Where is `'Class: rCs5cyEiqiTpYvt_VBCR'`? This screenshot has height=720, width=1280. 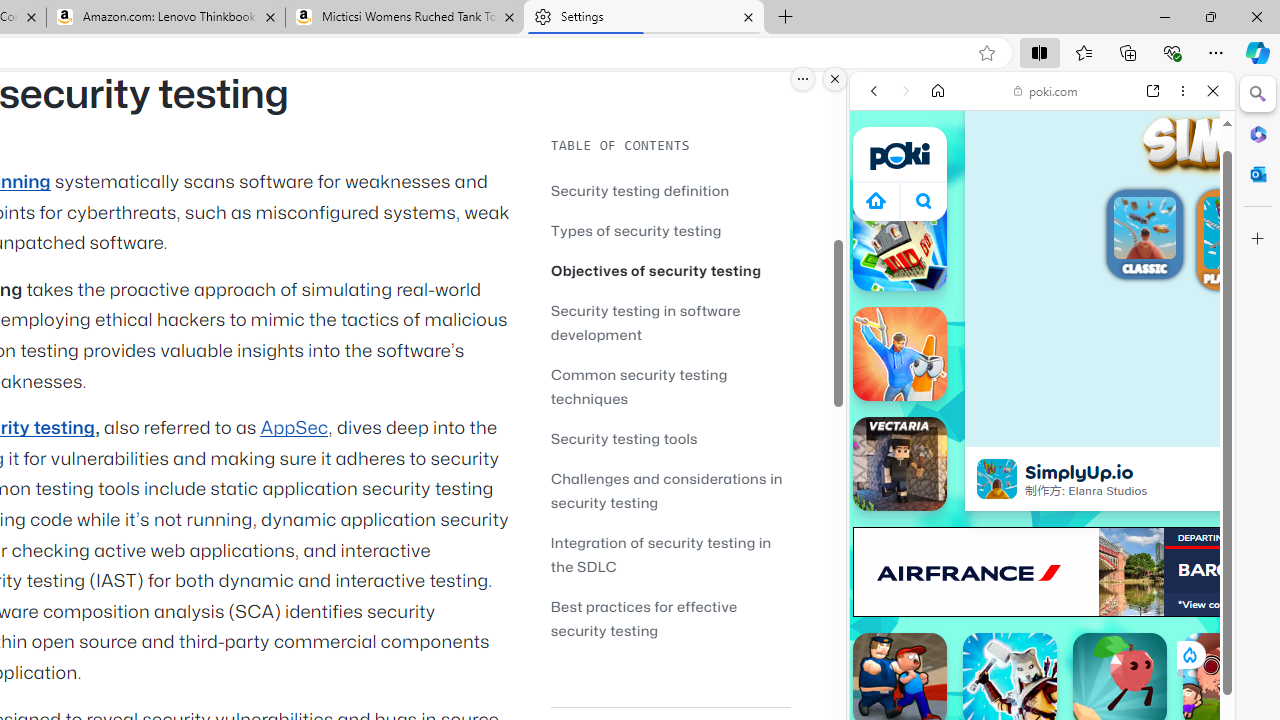 'Class: rCs5cyEiqiTpYvt_VBCR' is located at coordinates (1189, 654).